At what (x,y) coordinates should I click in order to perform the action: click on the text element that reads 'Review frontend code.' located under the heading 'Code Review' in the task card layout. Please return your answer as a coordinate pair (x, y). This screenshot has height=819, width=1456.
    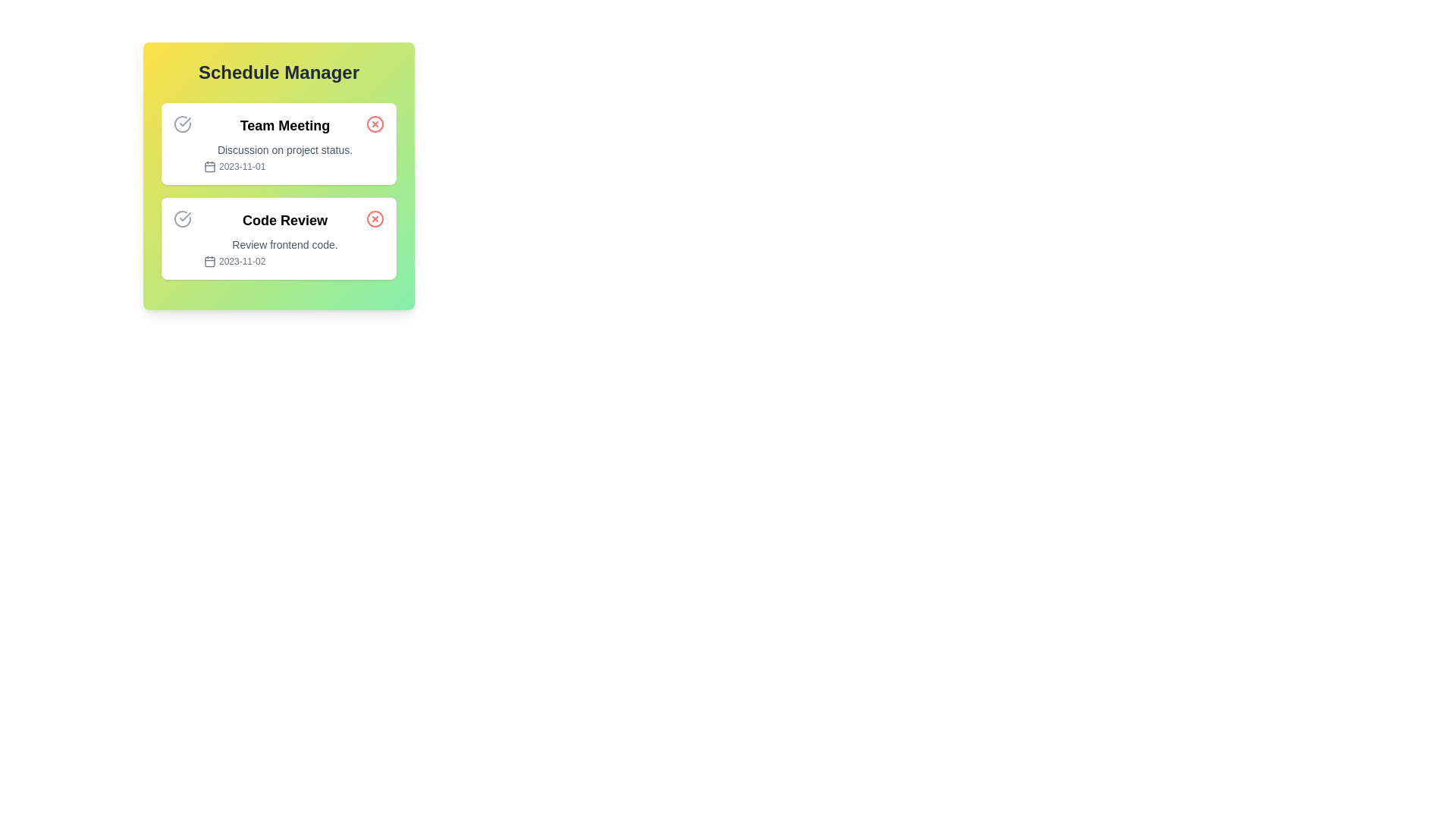
    Looking at the image, I should click on (284, 244).